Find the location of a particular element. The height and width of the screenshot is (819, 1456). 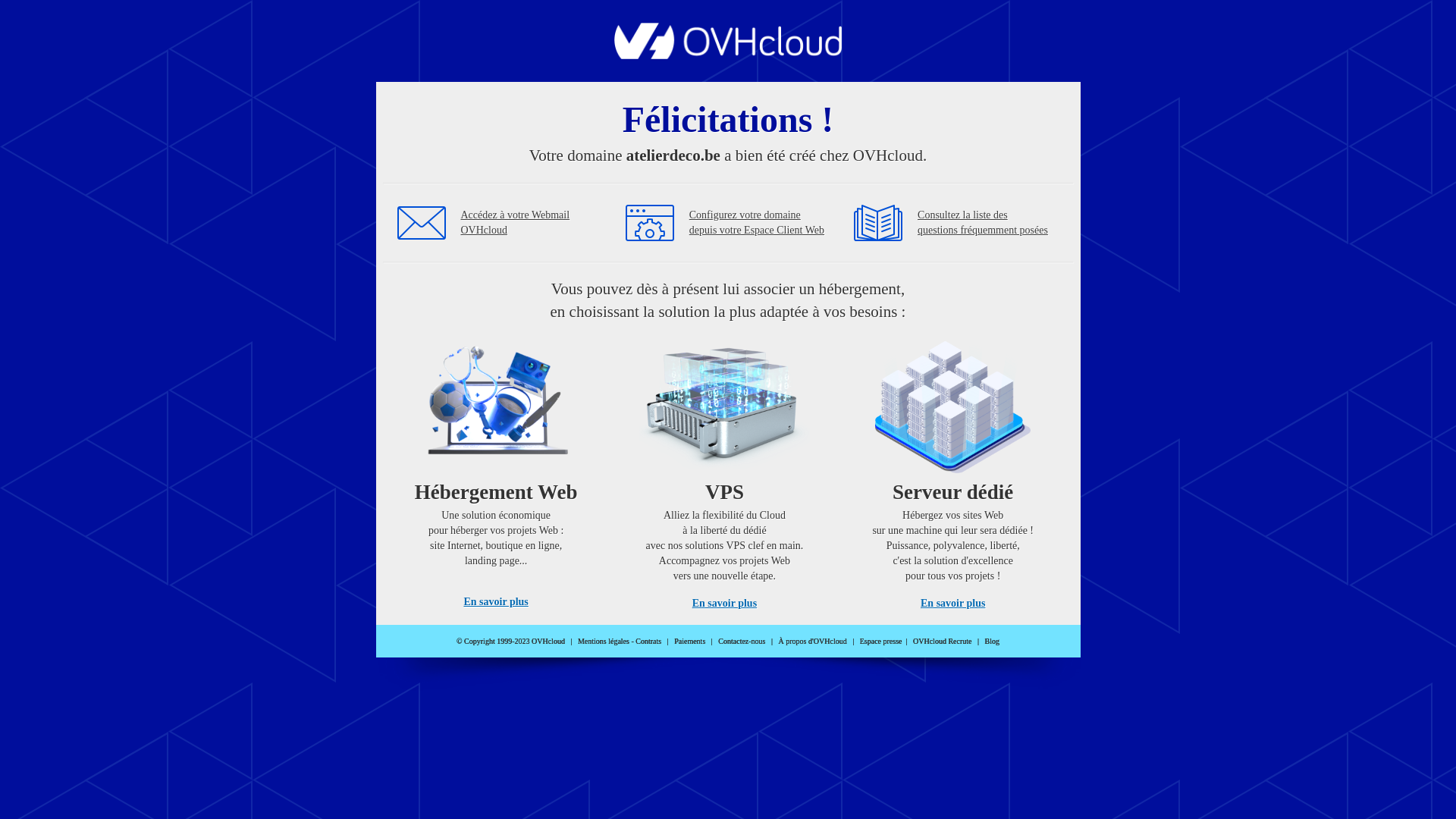

'Configurez votre domaine is located at coordinates (757, 222).